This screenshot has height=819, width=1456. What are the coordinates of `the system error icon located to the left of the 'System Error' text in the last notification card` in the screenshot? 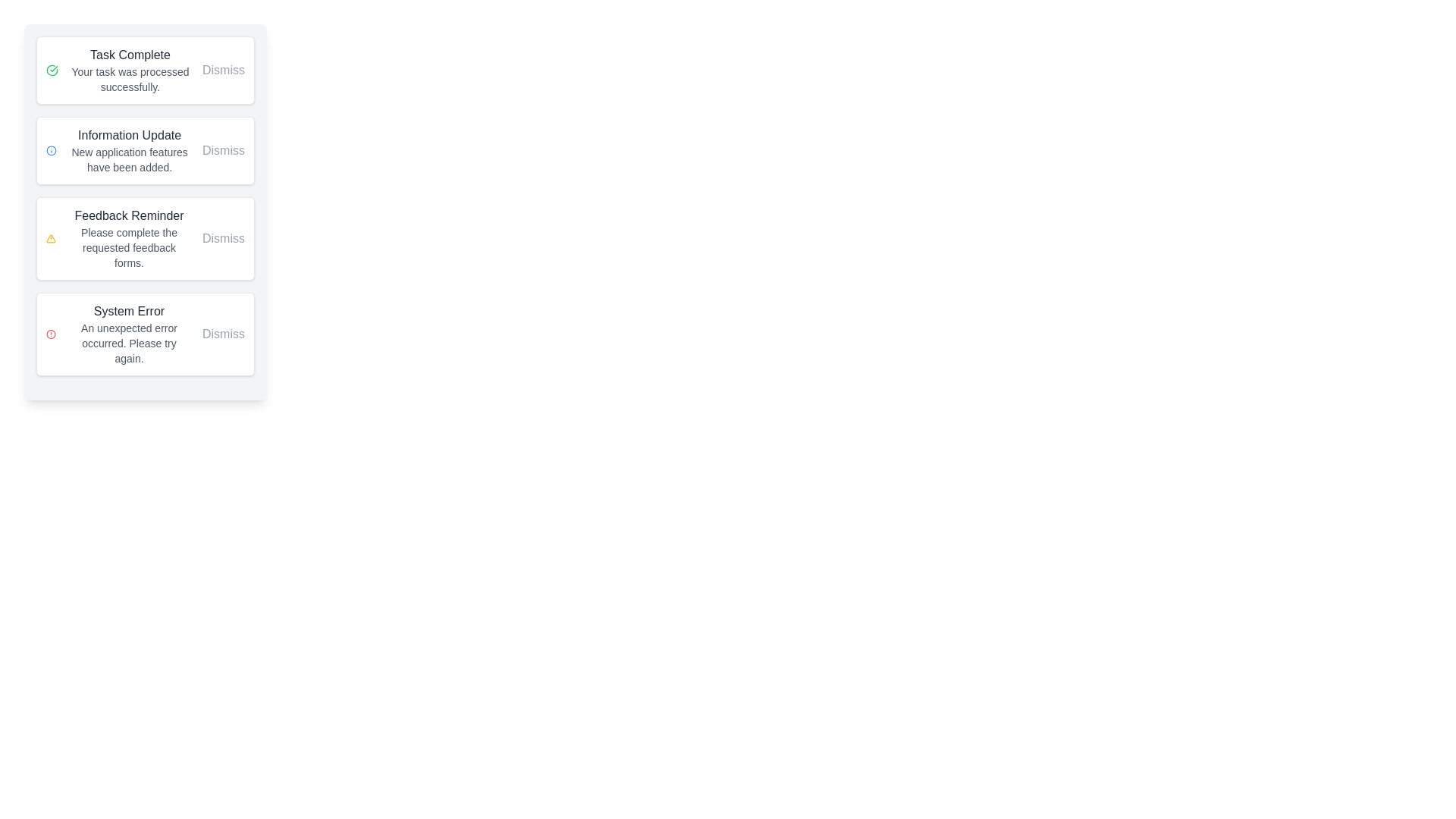 It's located at (51, 333).